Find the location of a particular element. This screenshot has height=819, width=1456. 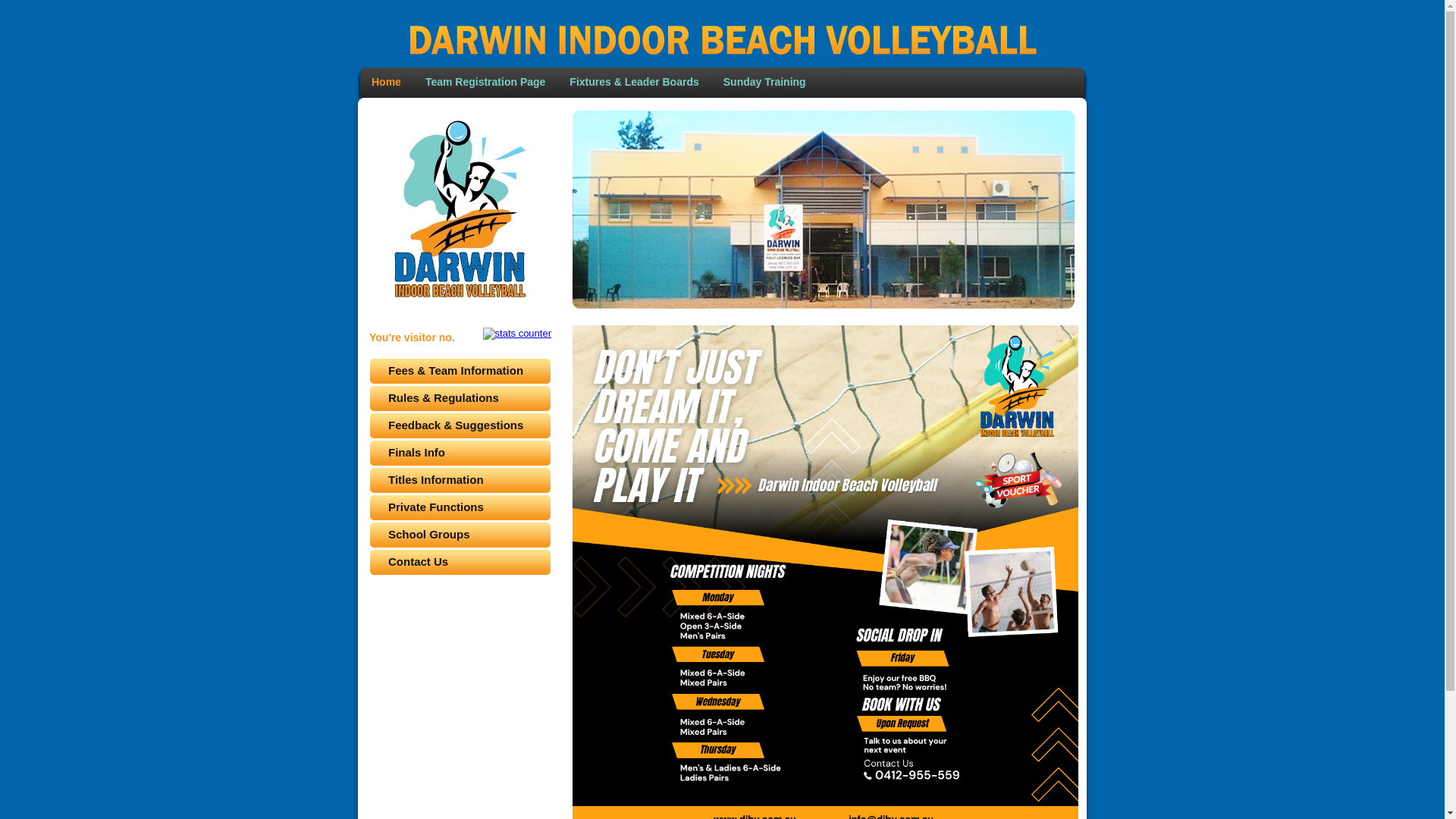

'Fees & Team Information' is located at coordinates (459, 371).